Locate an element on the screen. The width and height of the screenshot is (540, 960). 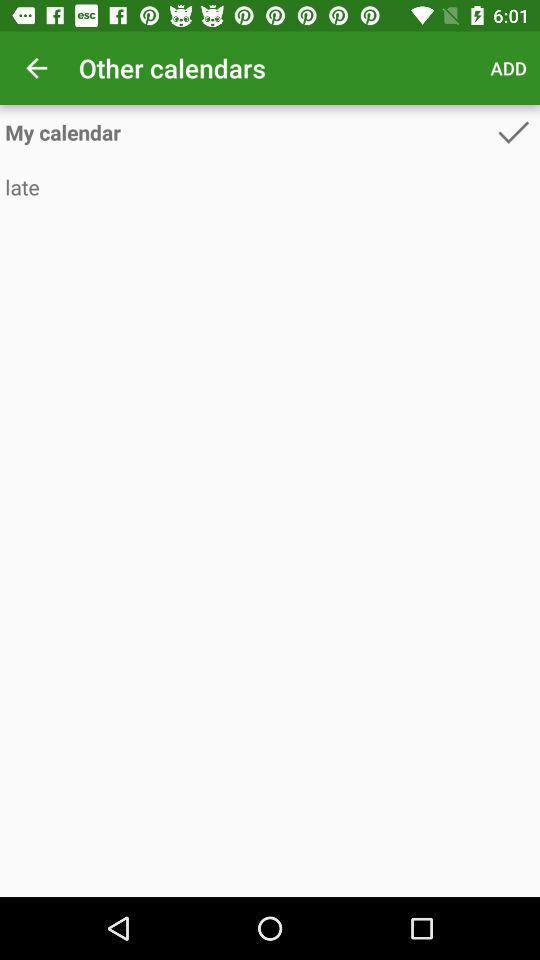
the icon to the left of other calendars app is located at coordinates (36, 68).